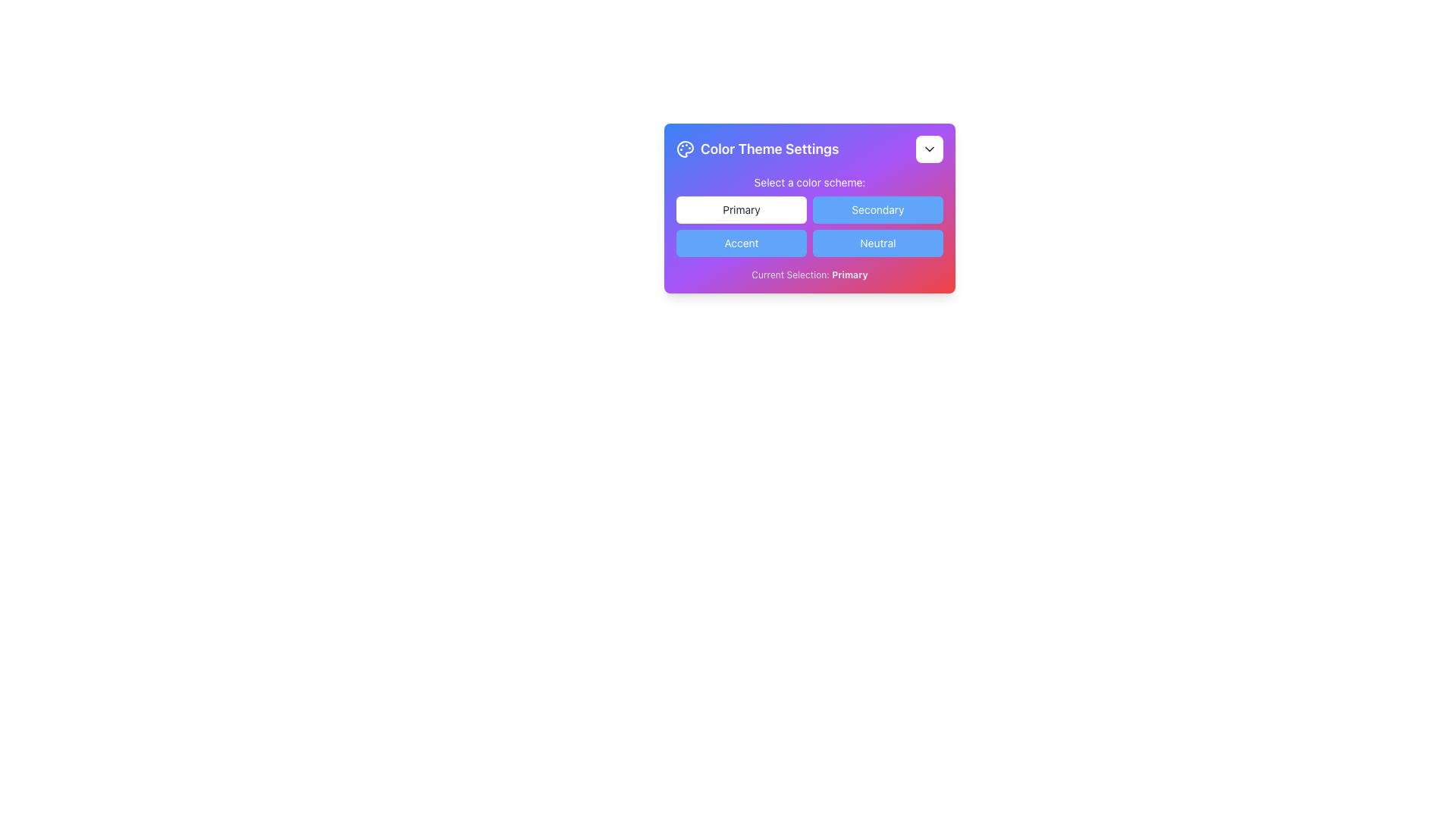  What do you see at coordinates (809, 149) in the screenshot?
I see `the Title section with a dropdown for color theme options, located at the top of the Color Theme Settings section` at bounding box center [809, 149].